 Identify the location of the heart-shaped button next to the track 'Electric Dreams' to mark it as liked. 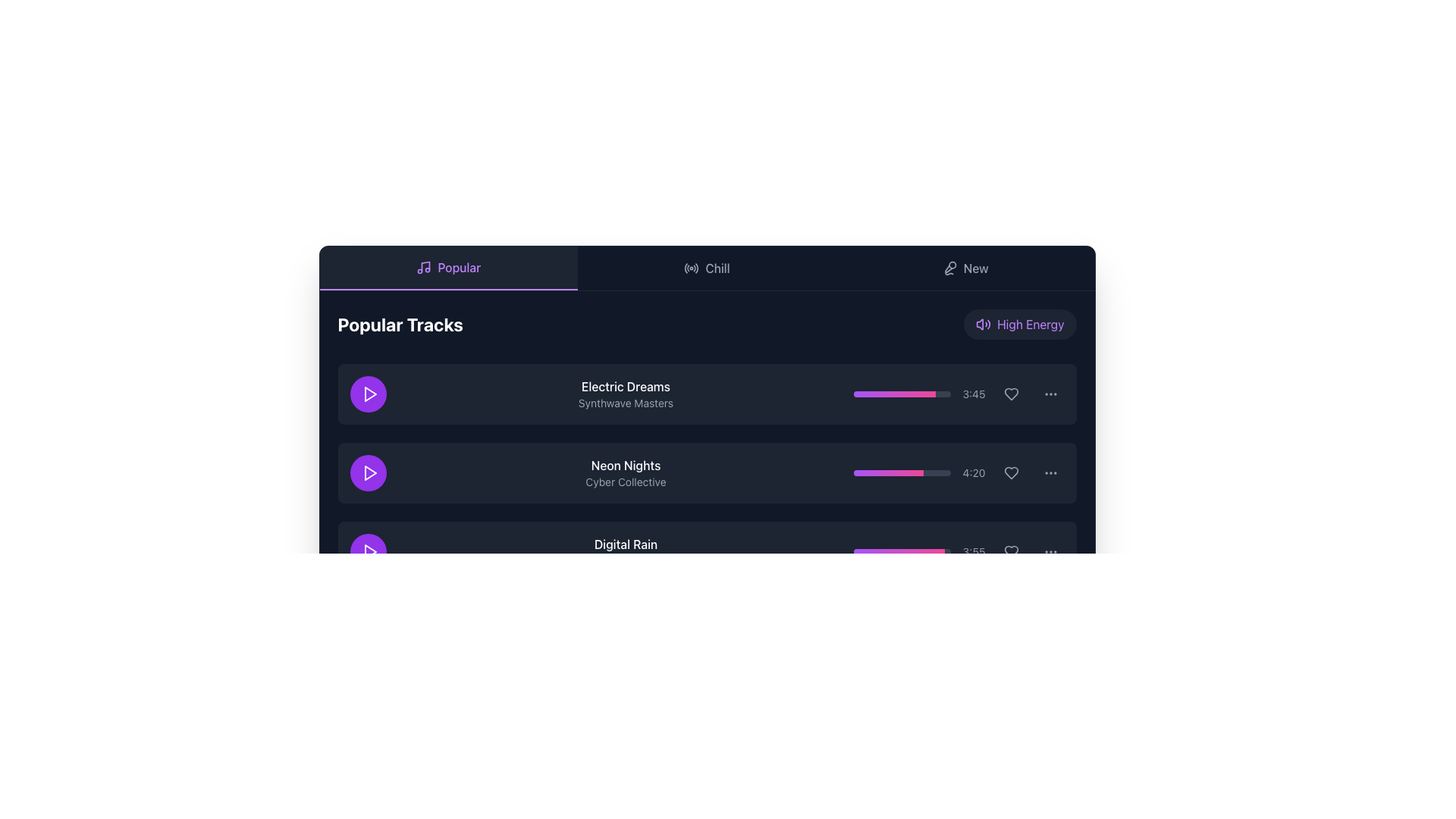
(1011, 394).